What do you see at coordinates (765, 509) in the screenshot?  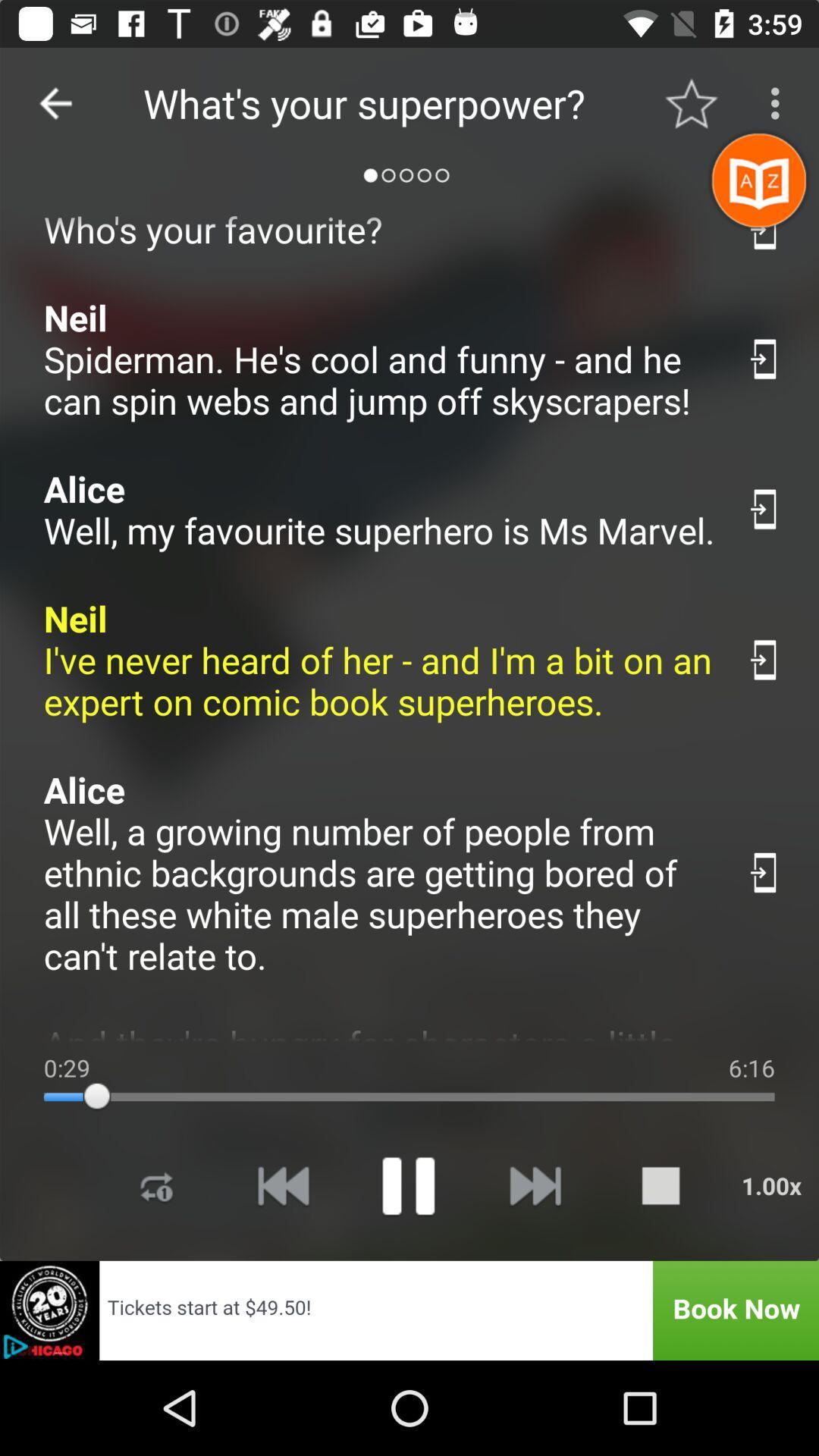 I see `this post` at bounding box center [765, 509].